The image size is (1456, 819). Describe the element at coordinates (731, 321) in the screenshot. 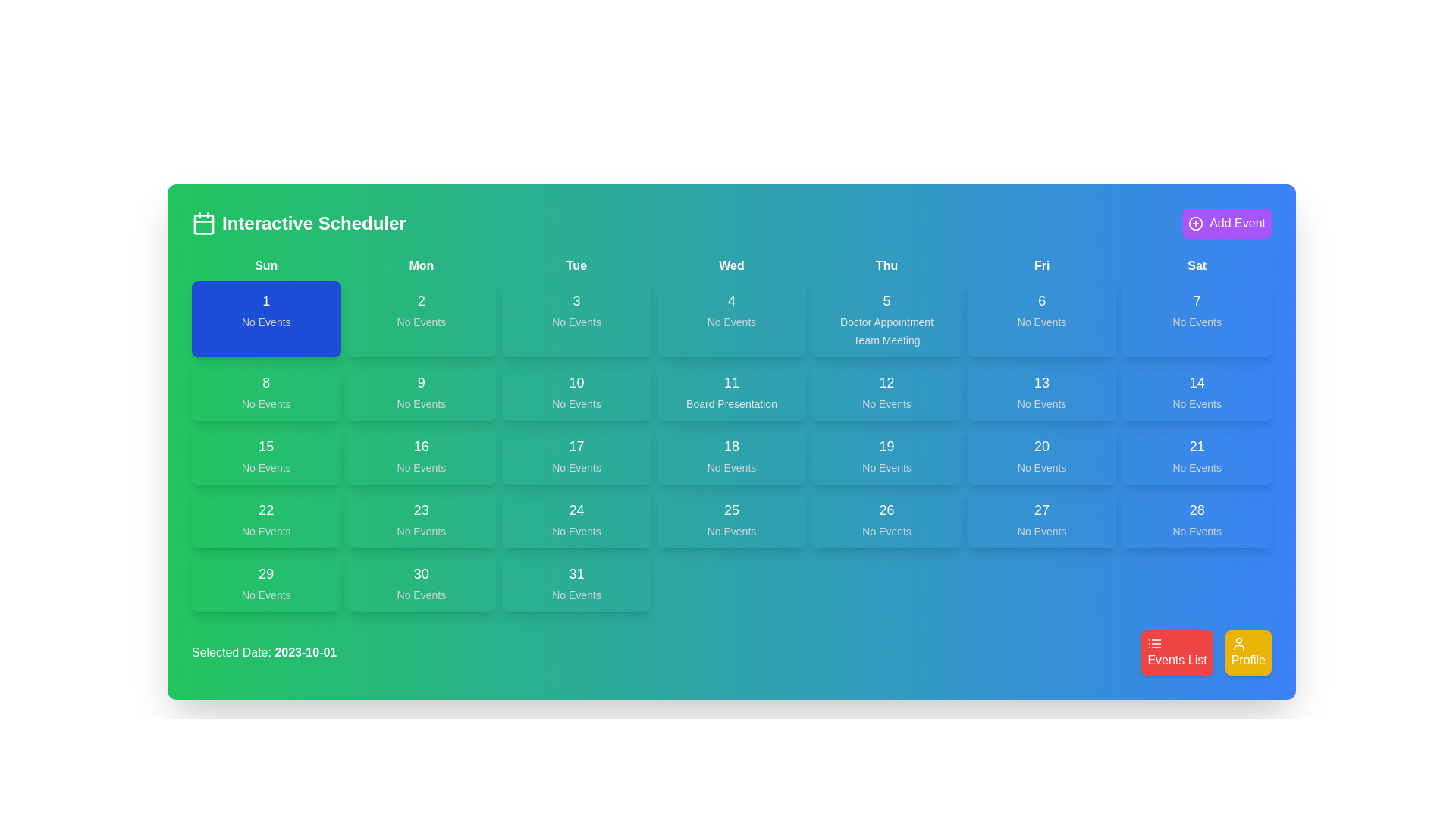

I see `the 'No Events' text label that is centered below a bold '4' text in a light gray color, located within the Wednesday date block of the calendar grid` at that location.